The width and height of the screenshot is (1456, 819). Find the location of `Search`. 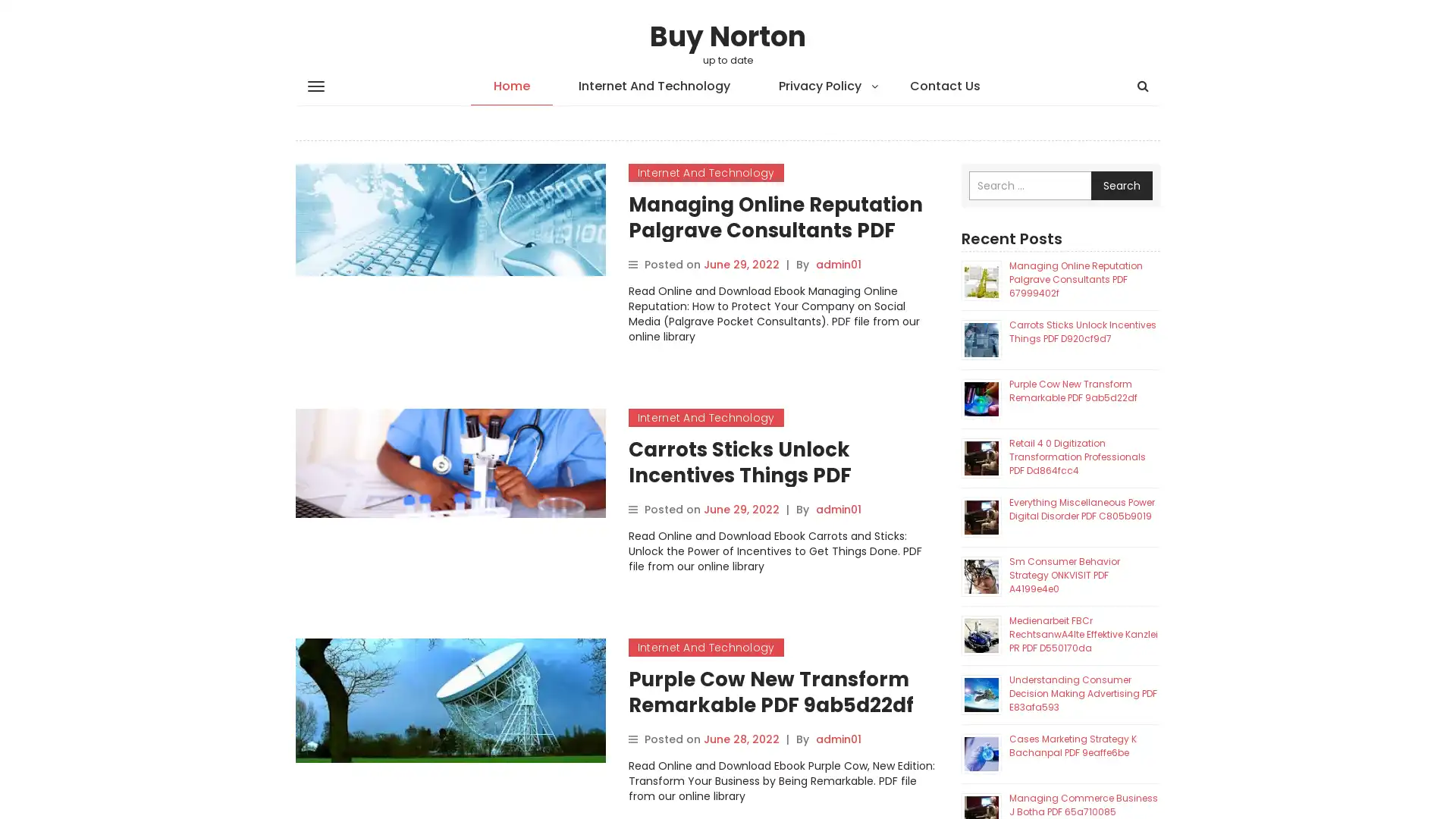

Search is located at coordinates (1122, 185).